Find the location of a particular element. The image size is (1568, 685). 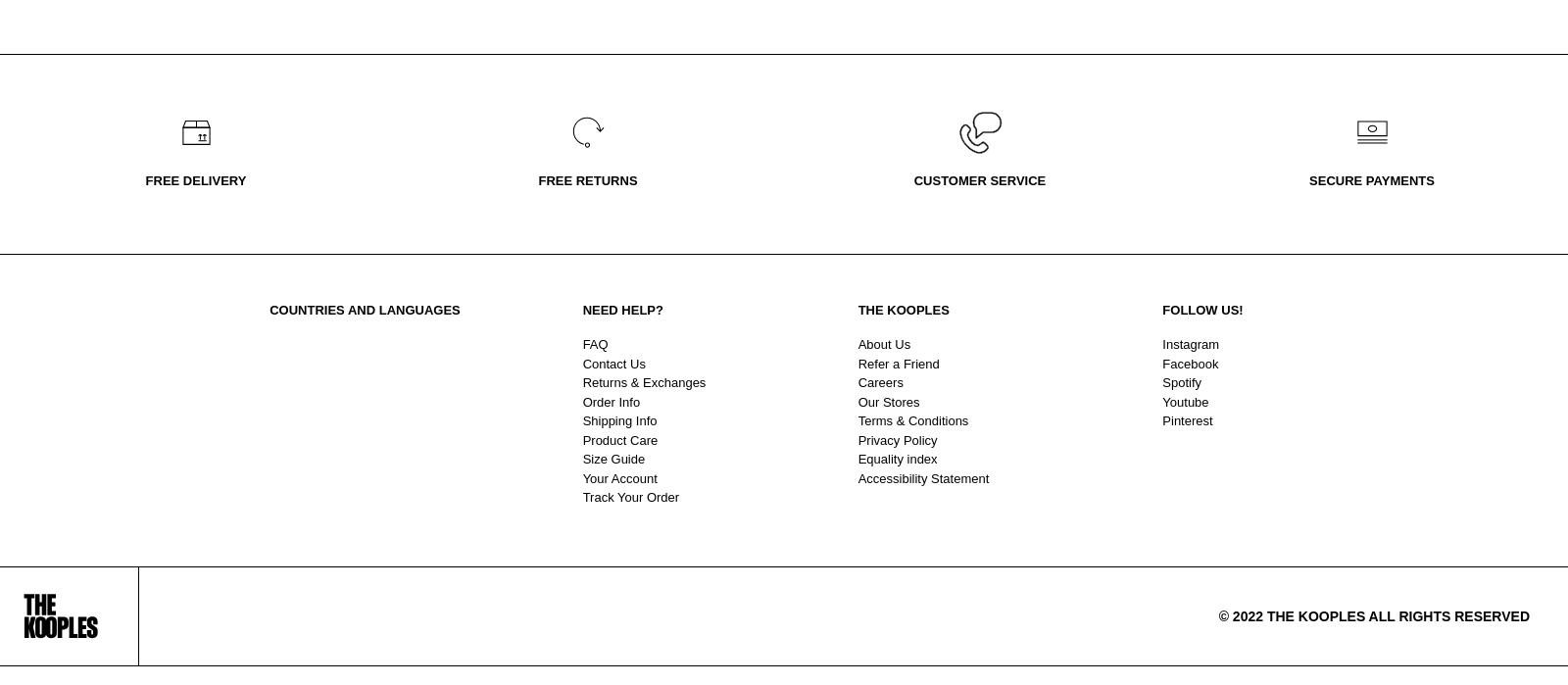

'FREE DELIVERY' is located at coordinates (194, 180).